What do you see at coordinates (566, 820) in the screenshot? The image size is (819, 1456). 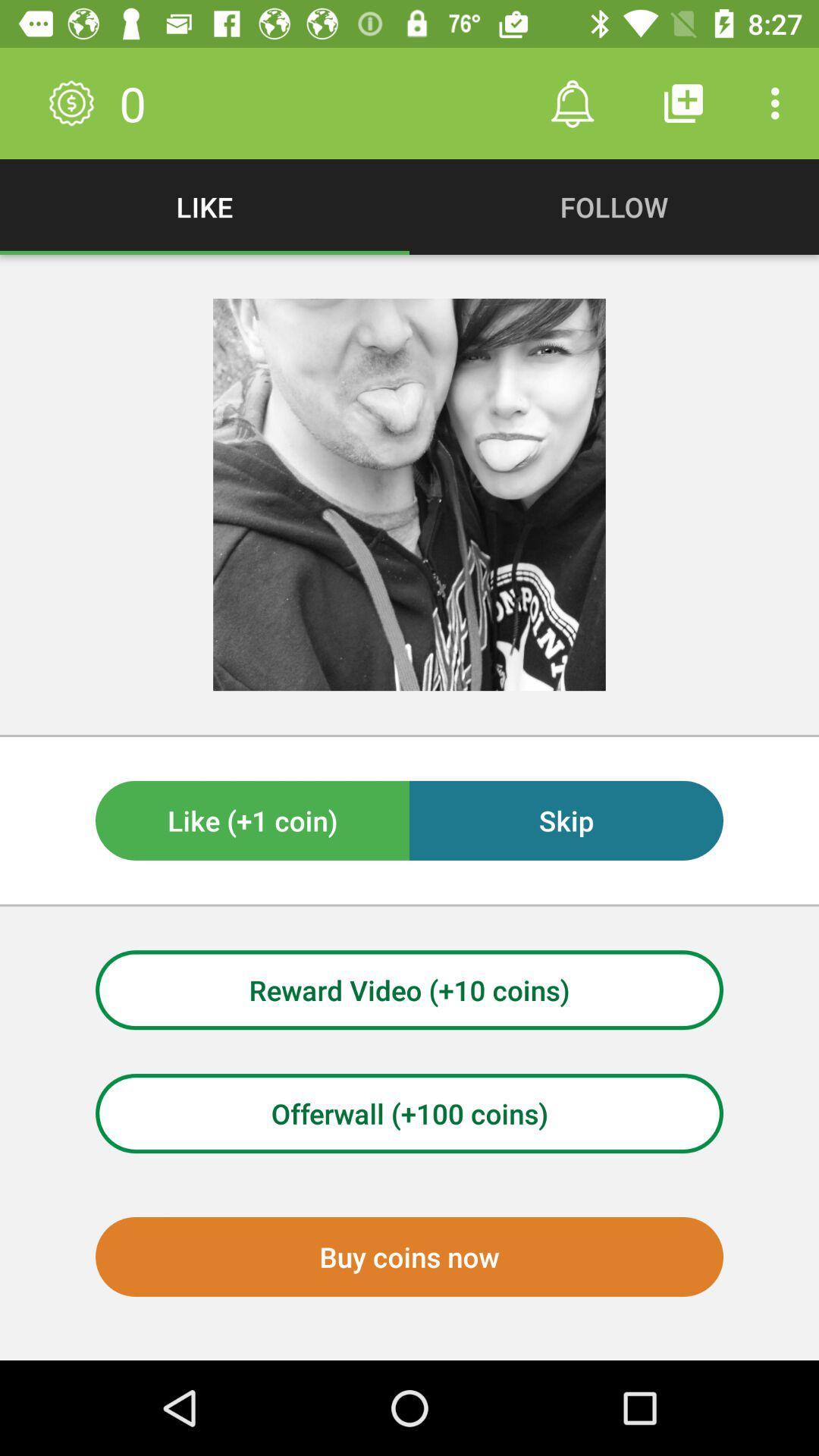 I see `the icon next to like (+1 coin) item` at bounding box center [566, 820].